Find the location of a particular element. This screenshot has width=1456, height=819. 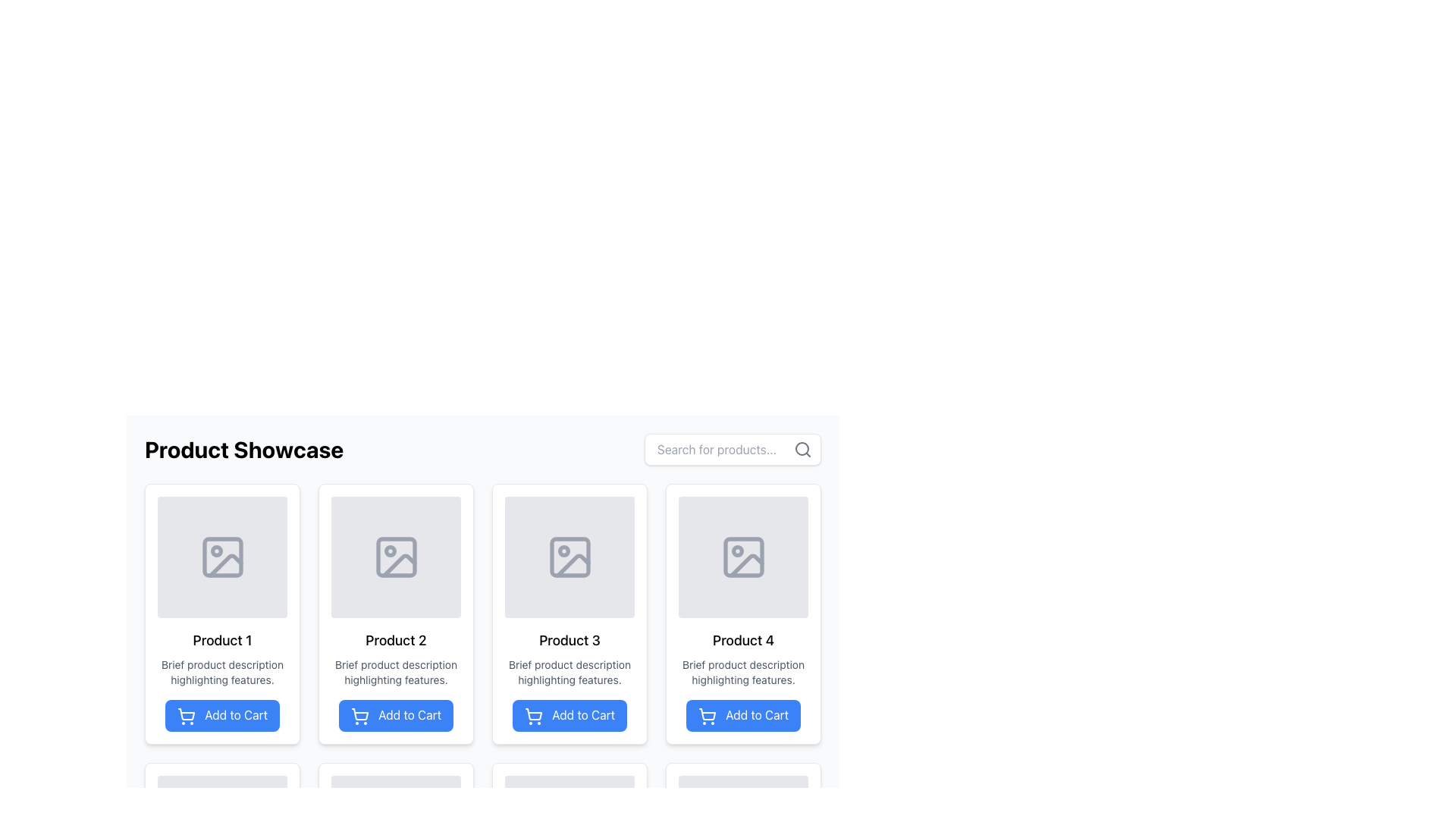

the image placeholder icon located in the second card of the first row, labeled 'Product 2', for interaction is located at coordinates (396, 557).